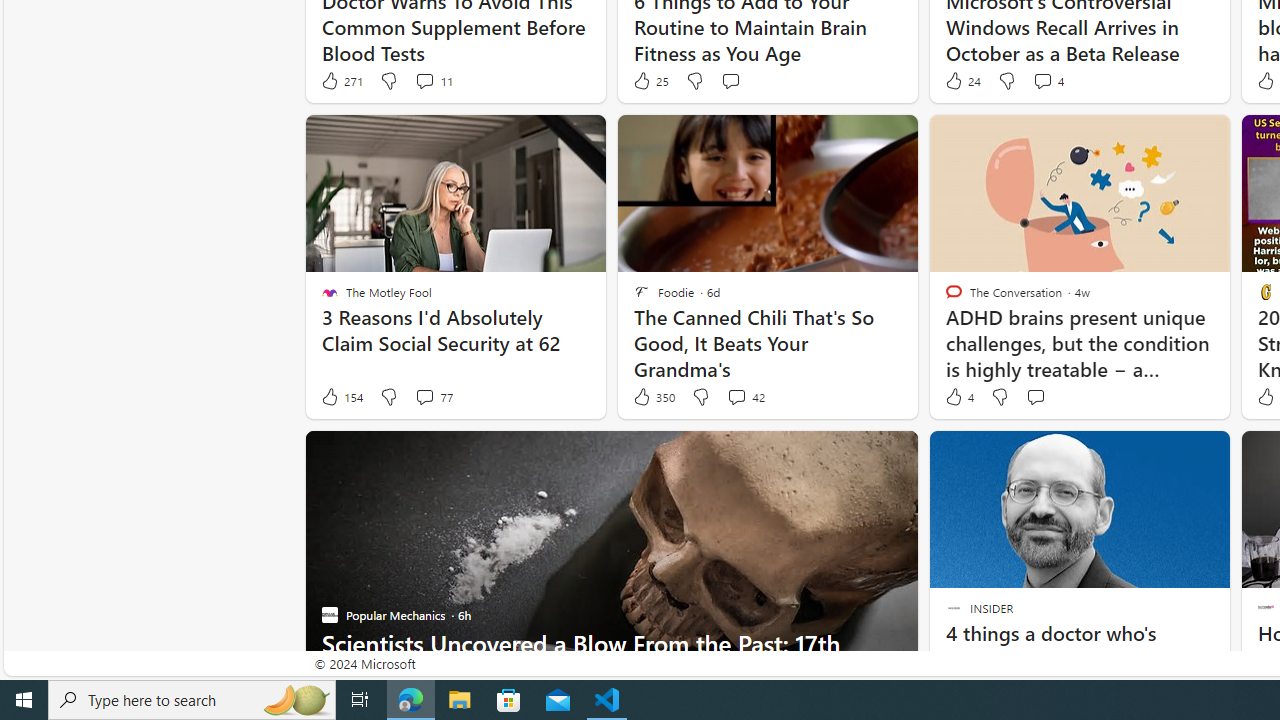  What do you see at coordinates (432, 80) in the screenshot?
I see `'View comments 11 Comment'` at bounding box center [432, 80].